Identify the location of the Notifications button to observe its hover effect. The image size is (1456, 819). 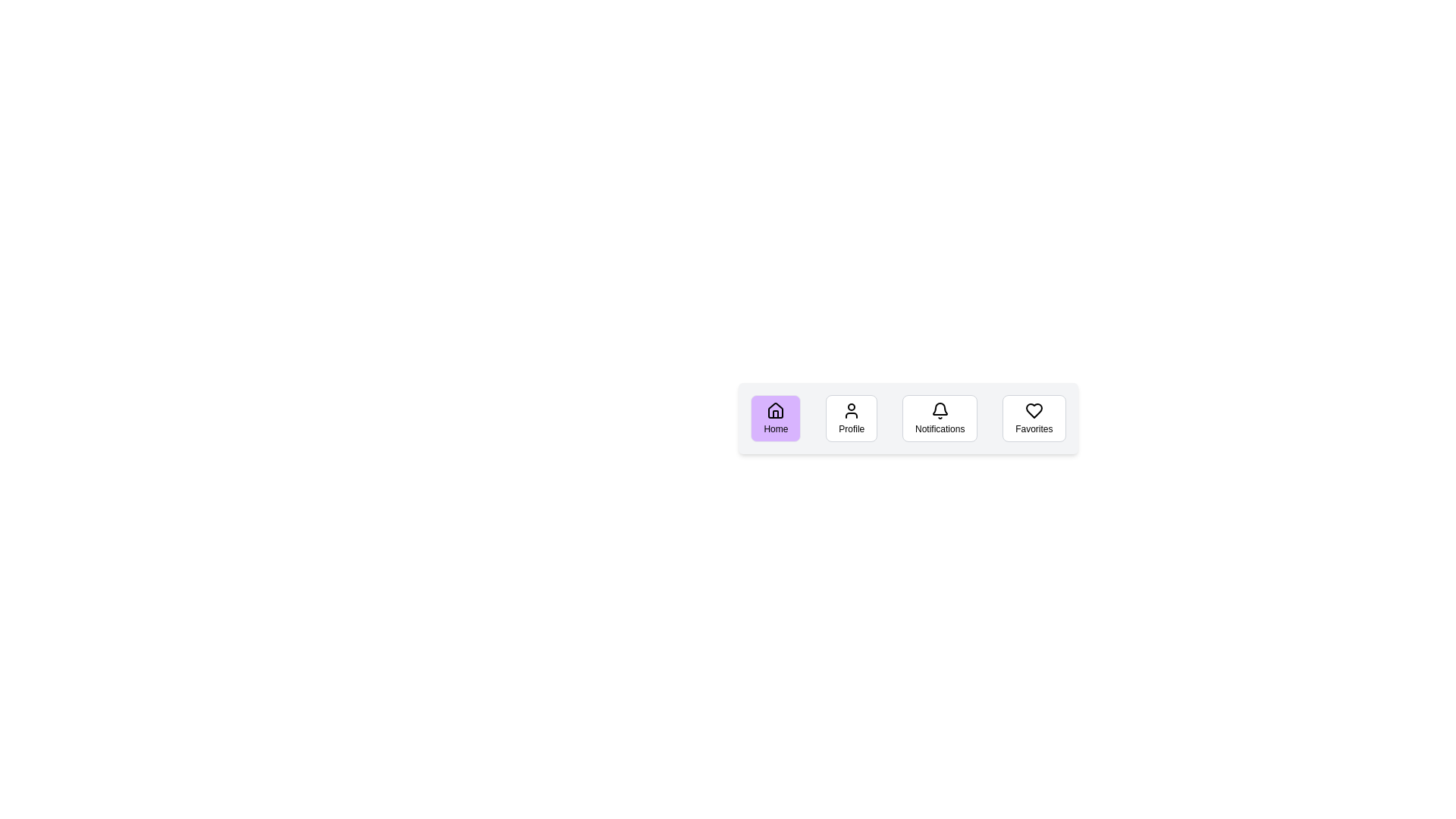
(939, 418).